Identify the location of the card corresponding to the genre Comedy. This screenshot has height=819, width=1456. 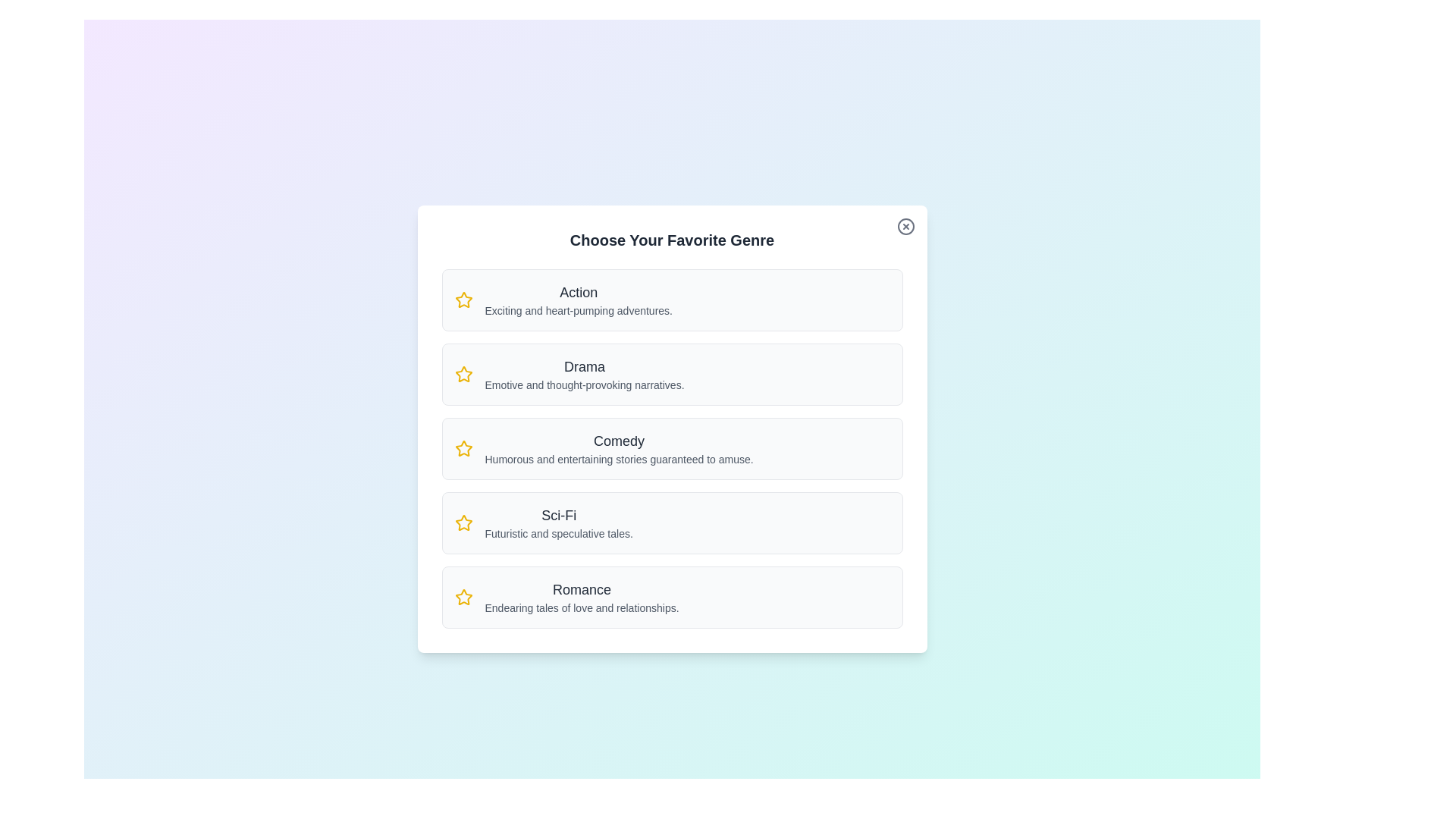
(671, 447).